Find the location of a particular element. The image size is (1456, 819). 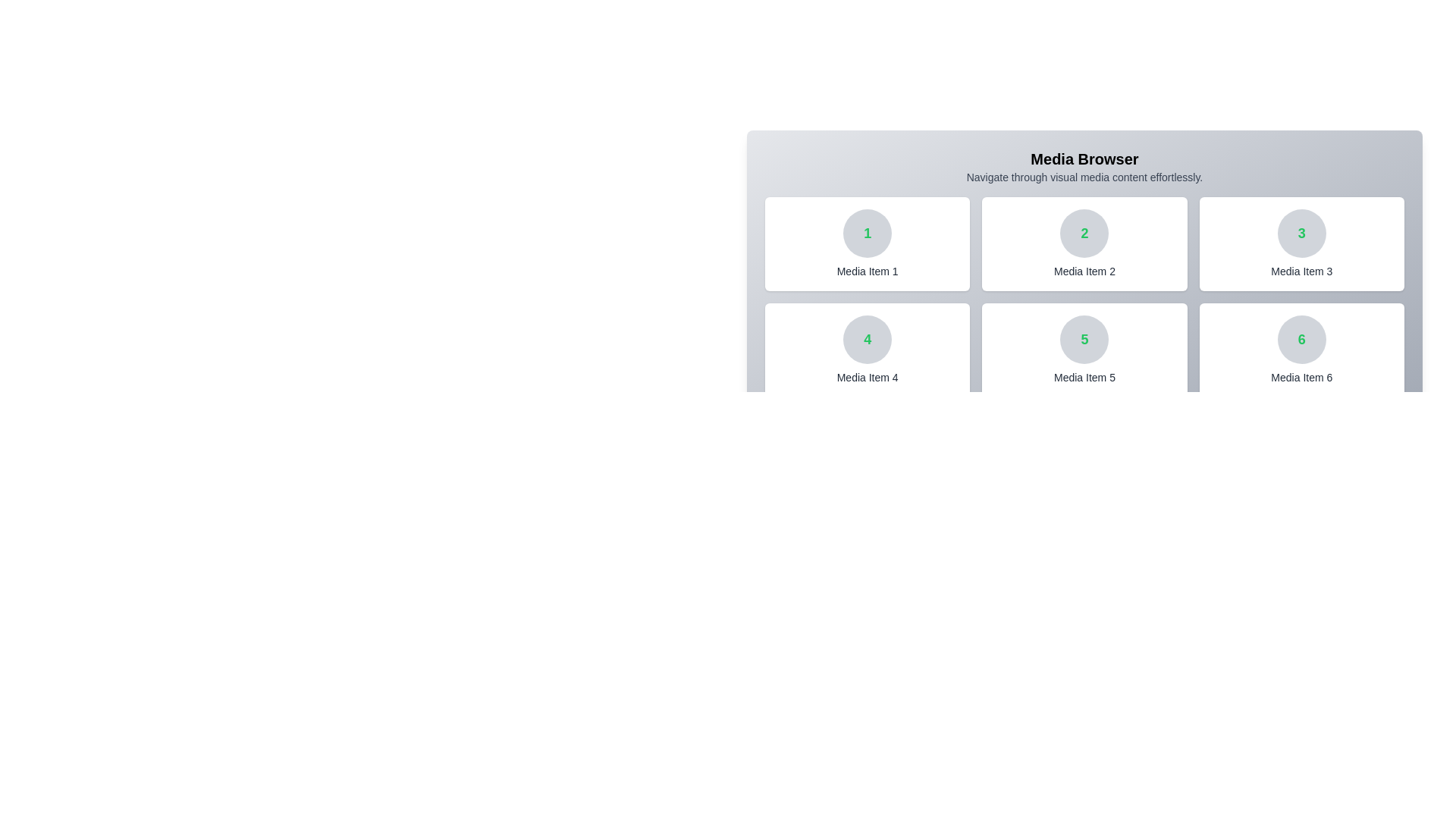

the static text label located within the first card on the top-left of the grid layout, positioned directly below the circular label with the number '1' is located at coordinates (868, 271).